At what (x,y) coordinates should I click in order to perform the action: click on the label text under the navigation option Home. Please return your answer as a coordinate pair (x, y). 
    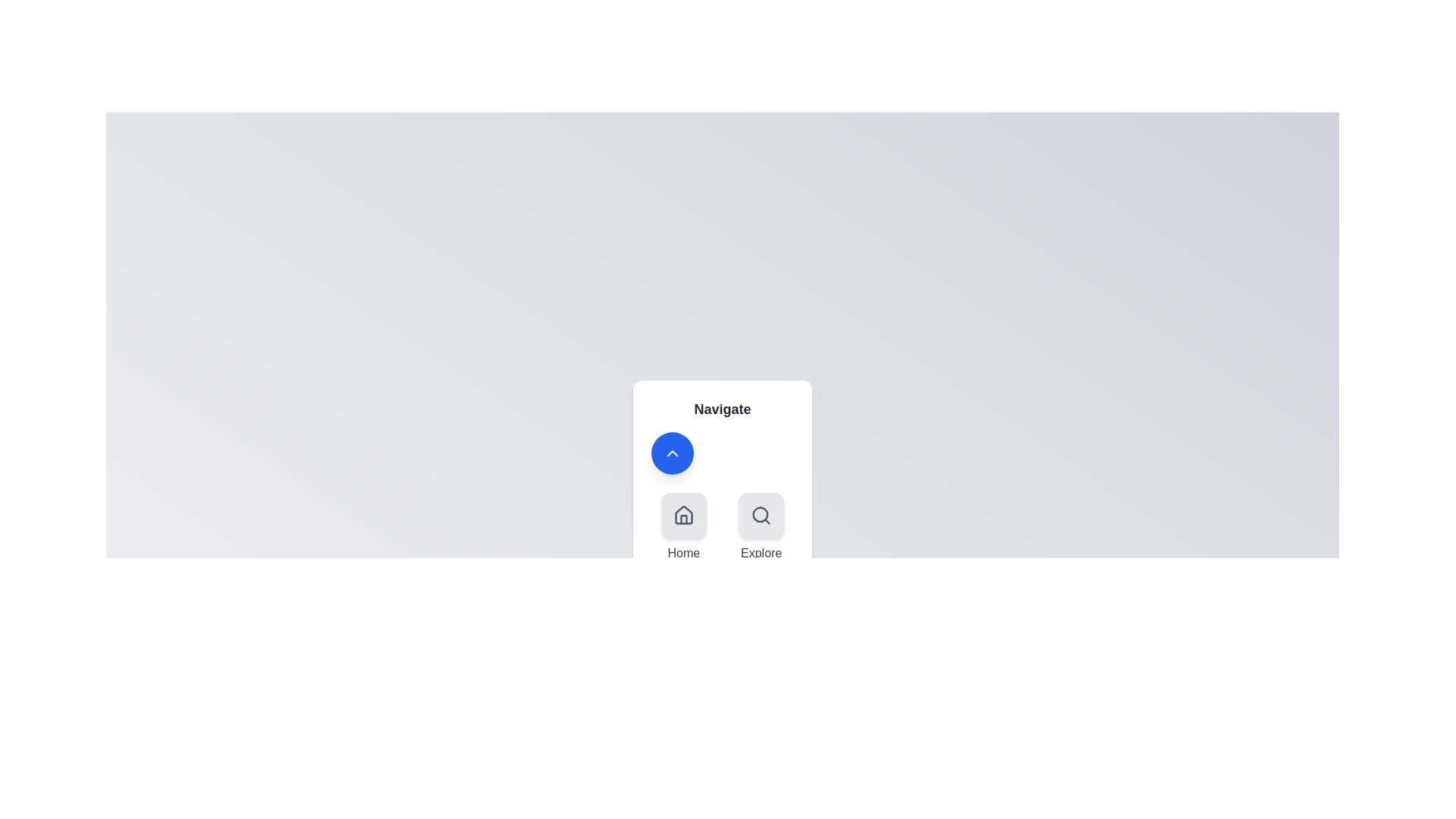
    Looking at the image, I should click on (682, 553).